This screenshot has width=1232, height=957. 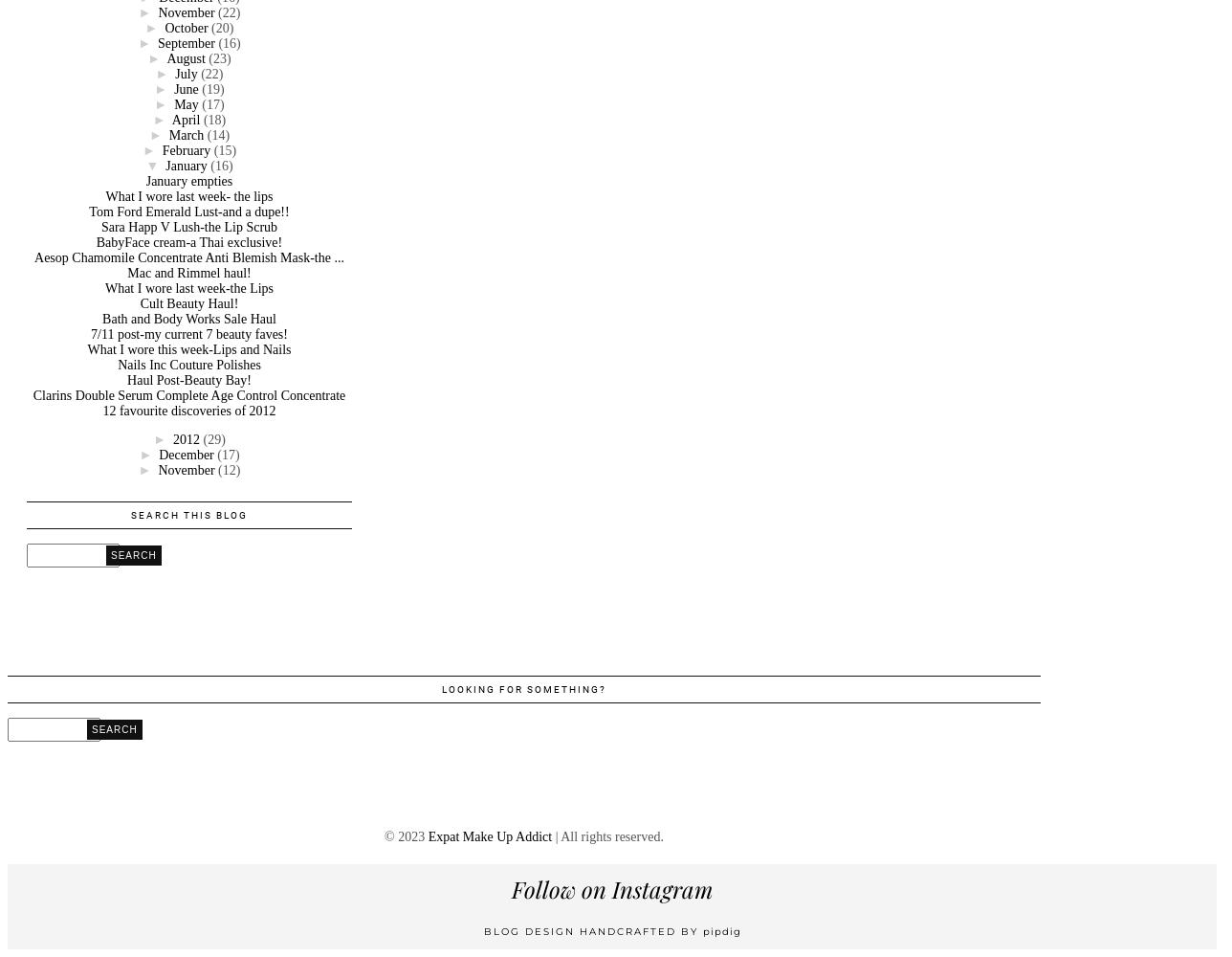 What do you see at coordinates (225, 149) in the screenshot?
I see `'(15)'` at bounding box center [225, 149].